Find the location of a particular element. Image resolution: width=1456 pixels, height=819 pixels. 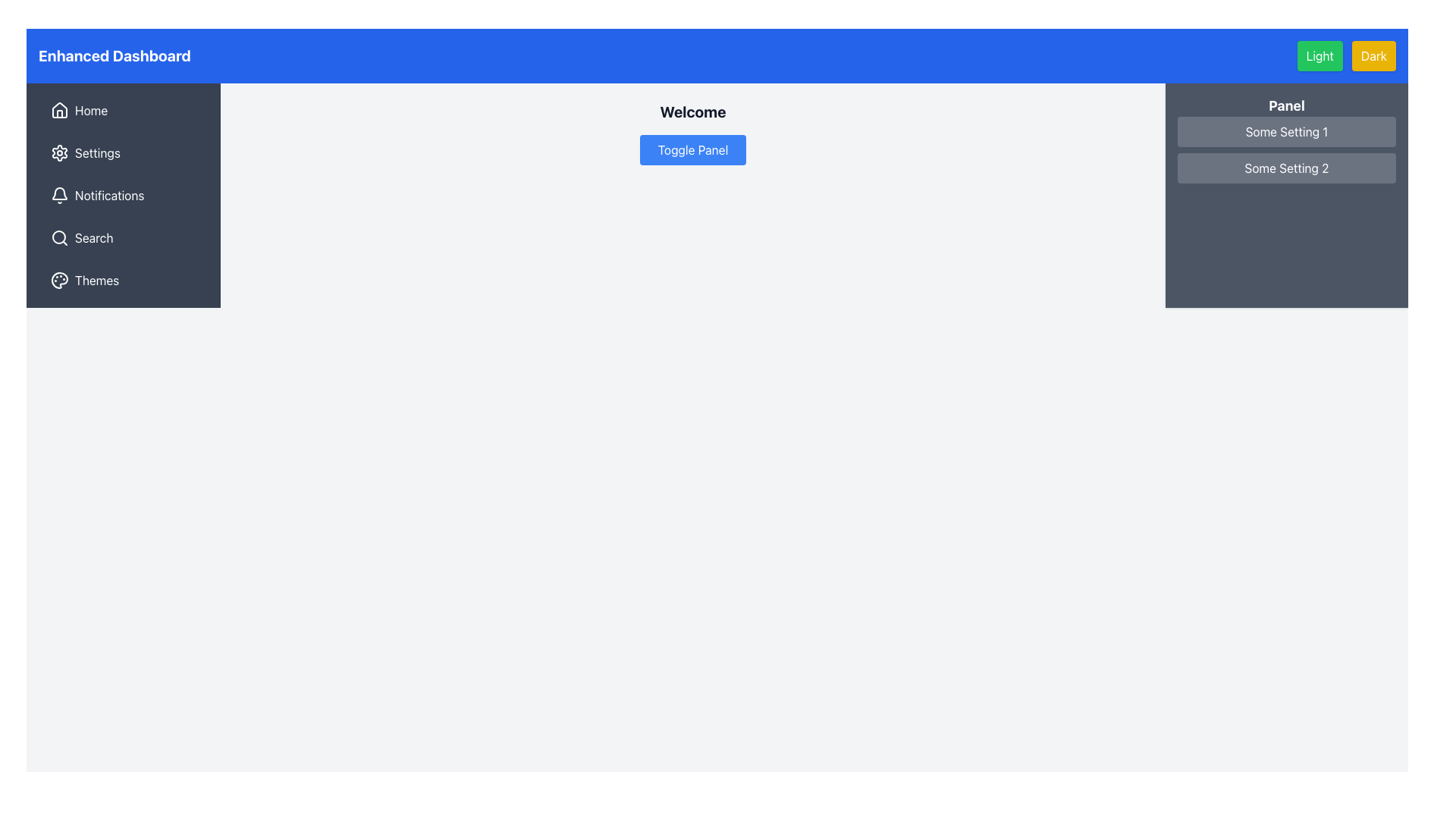

the gear icon located next to the 'Settings' label in the dark sidebar panel is located at coordinates (59, 152).